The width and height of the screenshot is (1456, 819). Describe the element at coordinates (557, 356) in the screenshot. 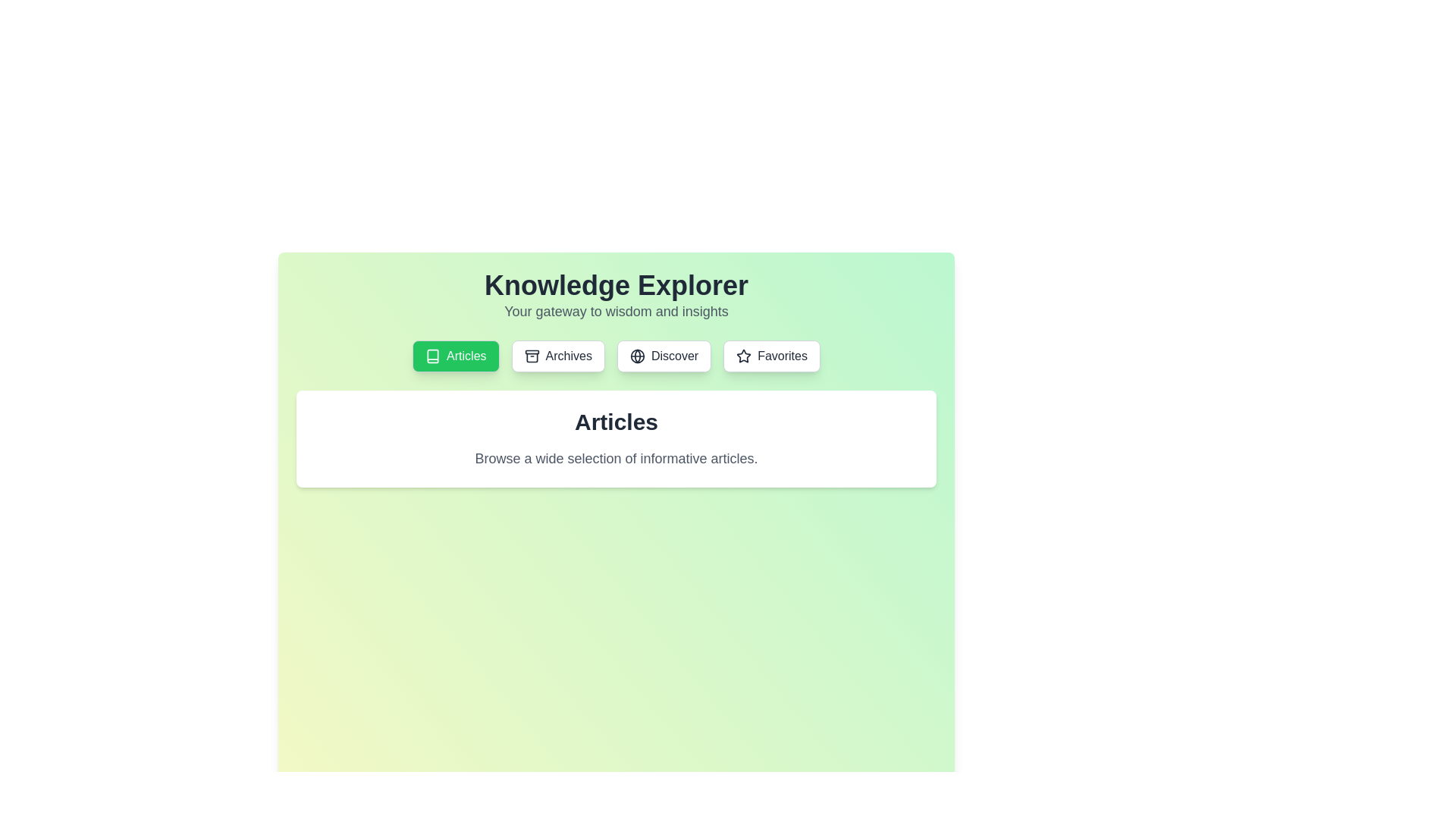

I see `the tab with label Archives` at that location.